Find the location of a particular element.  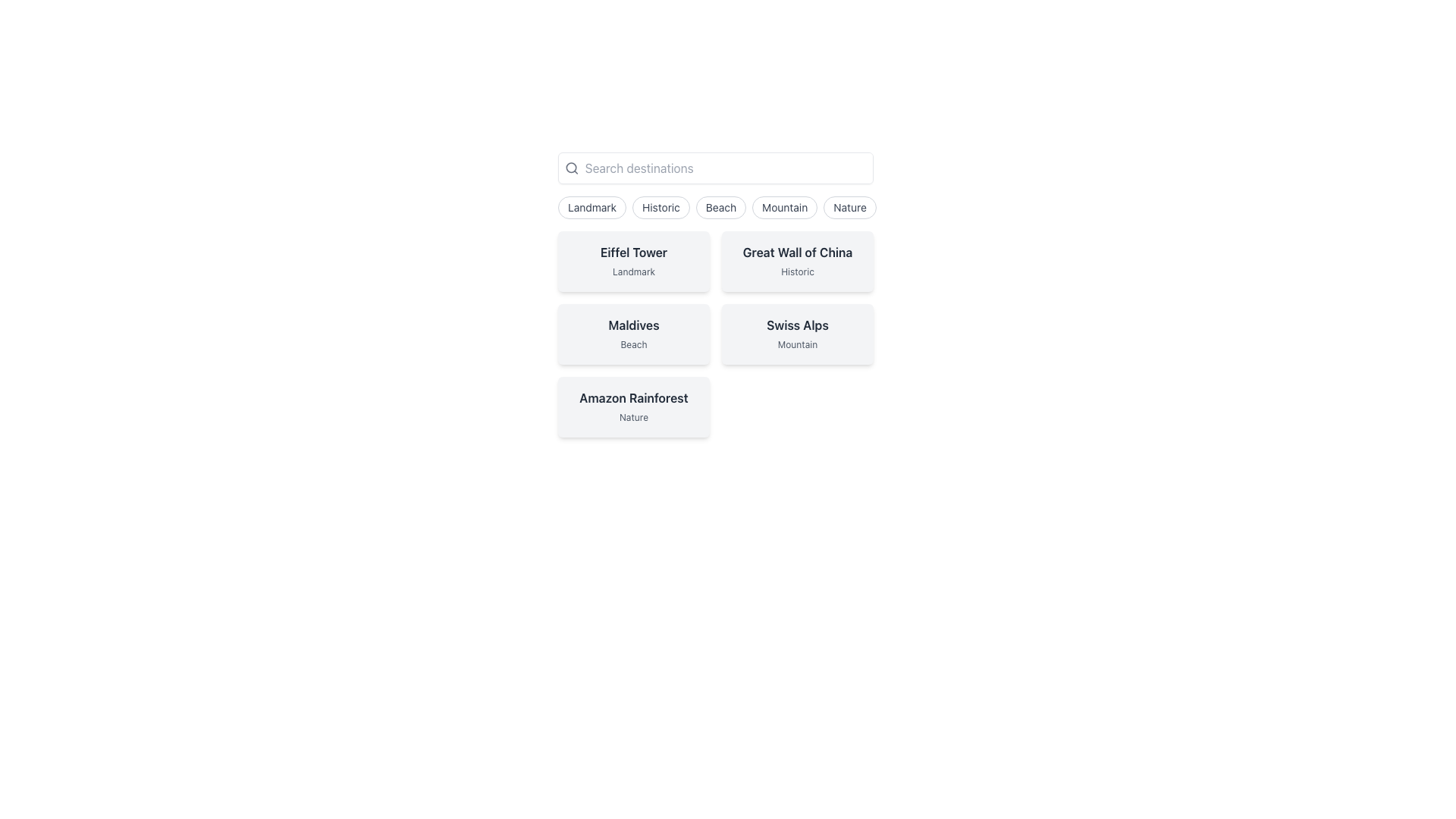

the fifth button in the row below the search bar is located at coordinates (850, 207).